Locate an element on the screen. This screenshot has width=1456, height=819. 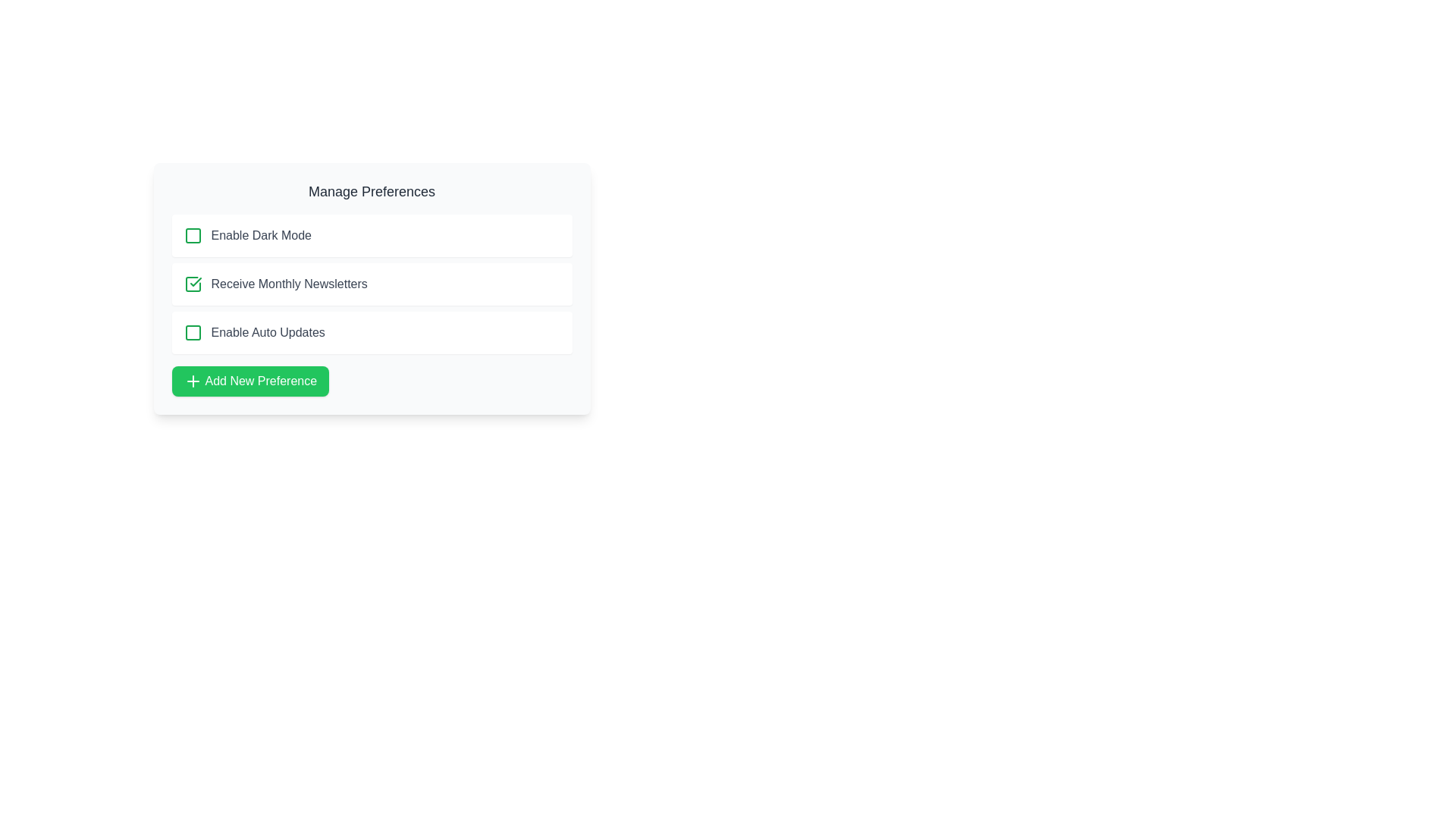
the label reading 'Receive Monthly Newsletters' which is styled in gray font and appears next to the green-checked checkbox is located at coordinates (289, 284).